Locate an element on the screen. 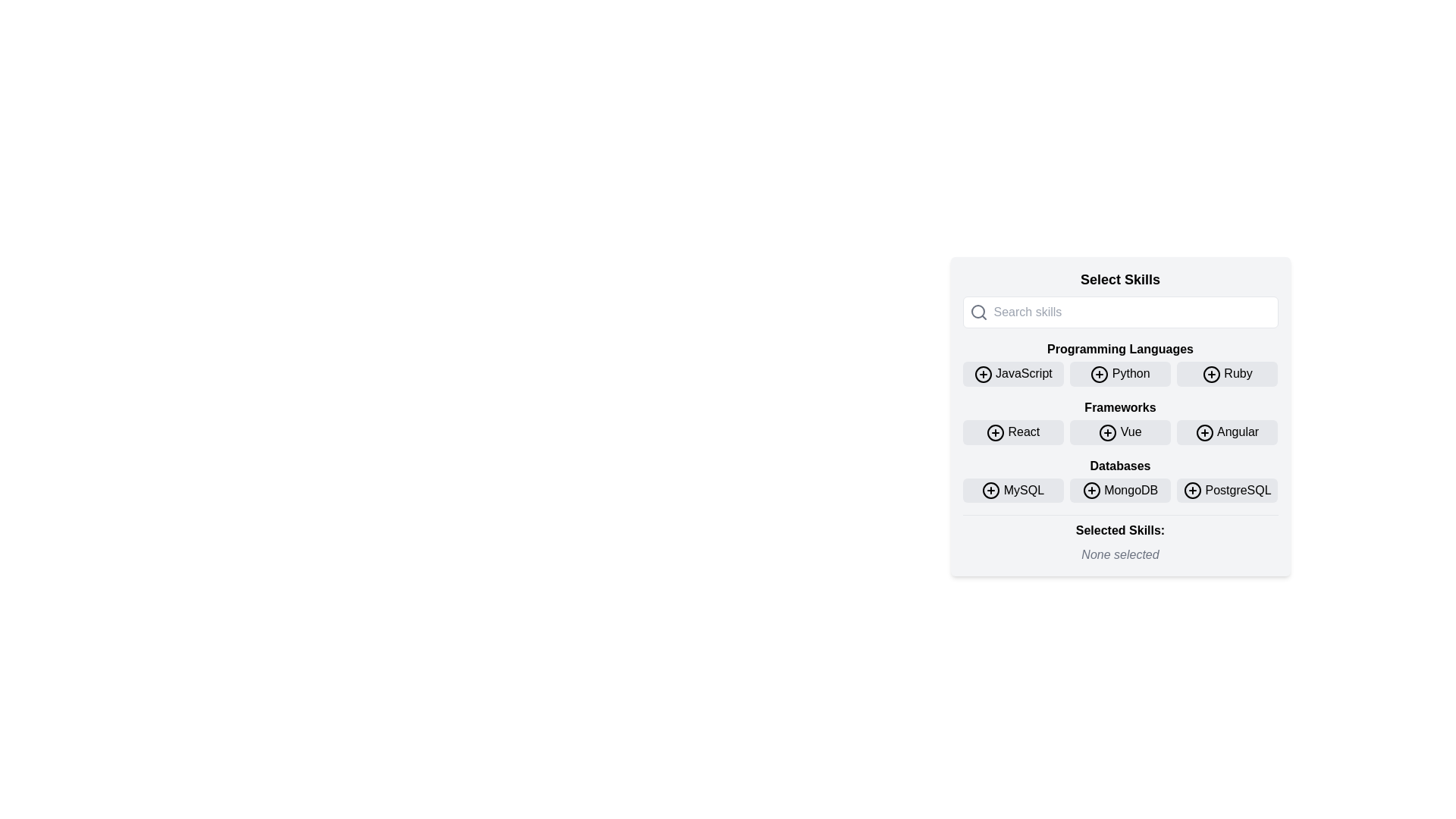 Image resolution: width=1456 pixels, height=819 pixels. the 'MongoDB' button with a '+' icon is located at coordinates (1120, 490).